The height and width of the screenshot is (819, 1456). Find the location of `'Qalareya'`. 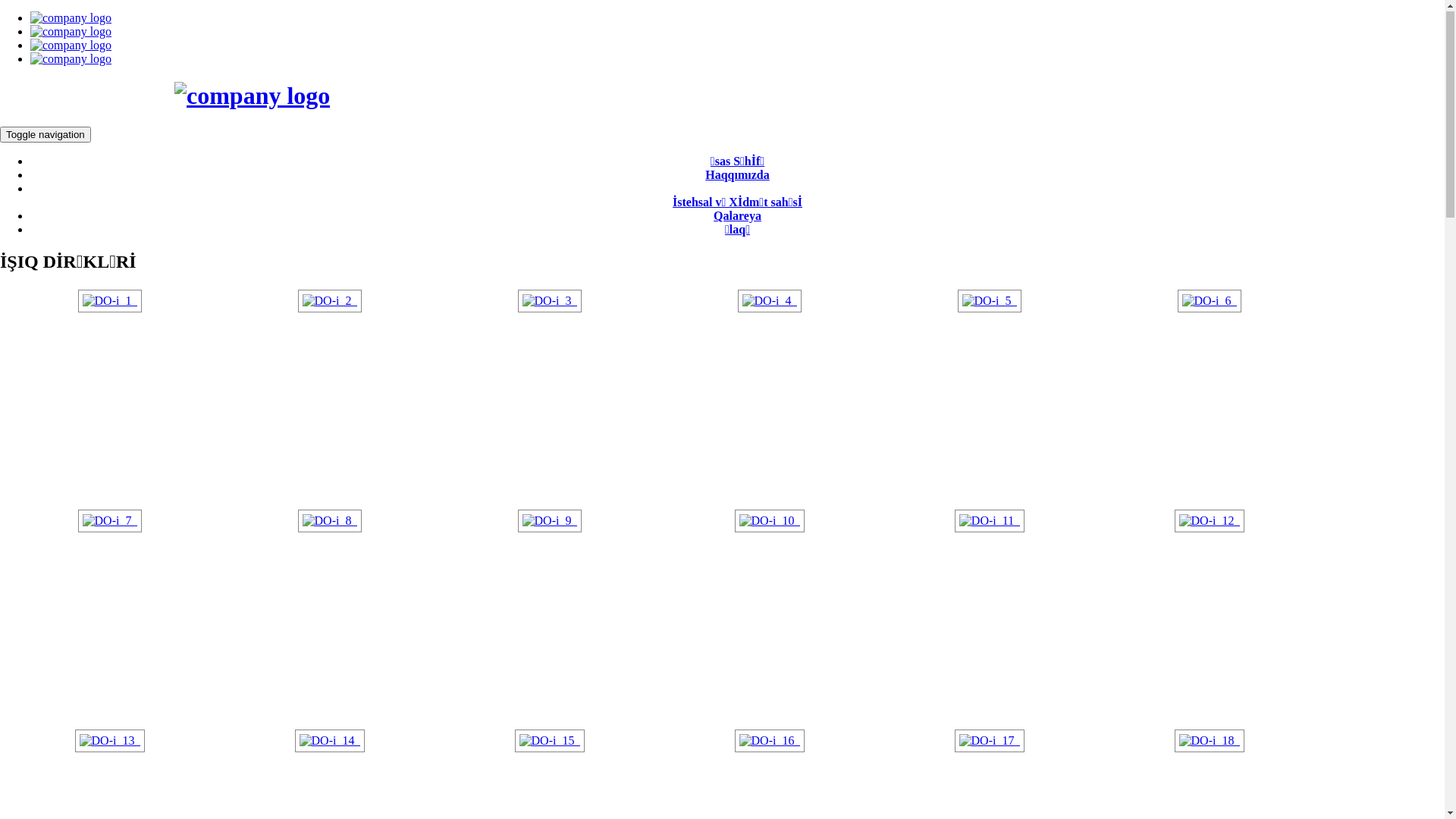

'Qalareya' is located at coordinates (712, 216).